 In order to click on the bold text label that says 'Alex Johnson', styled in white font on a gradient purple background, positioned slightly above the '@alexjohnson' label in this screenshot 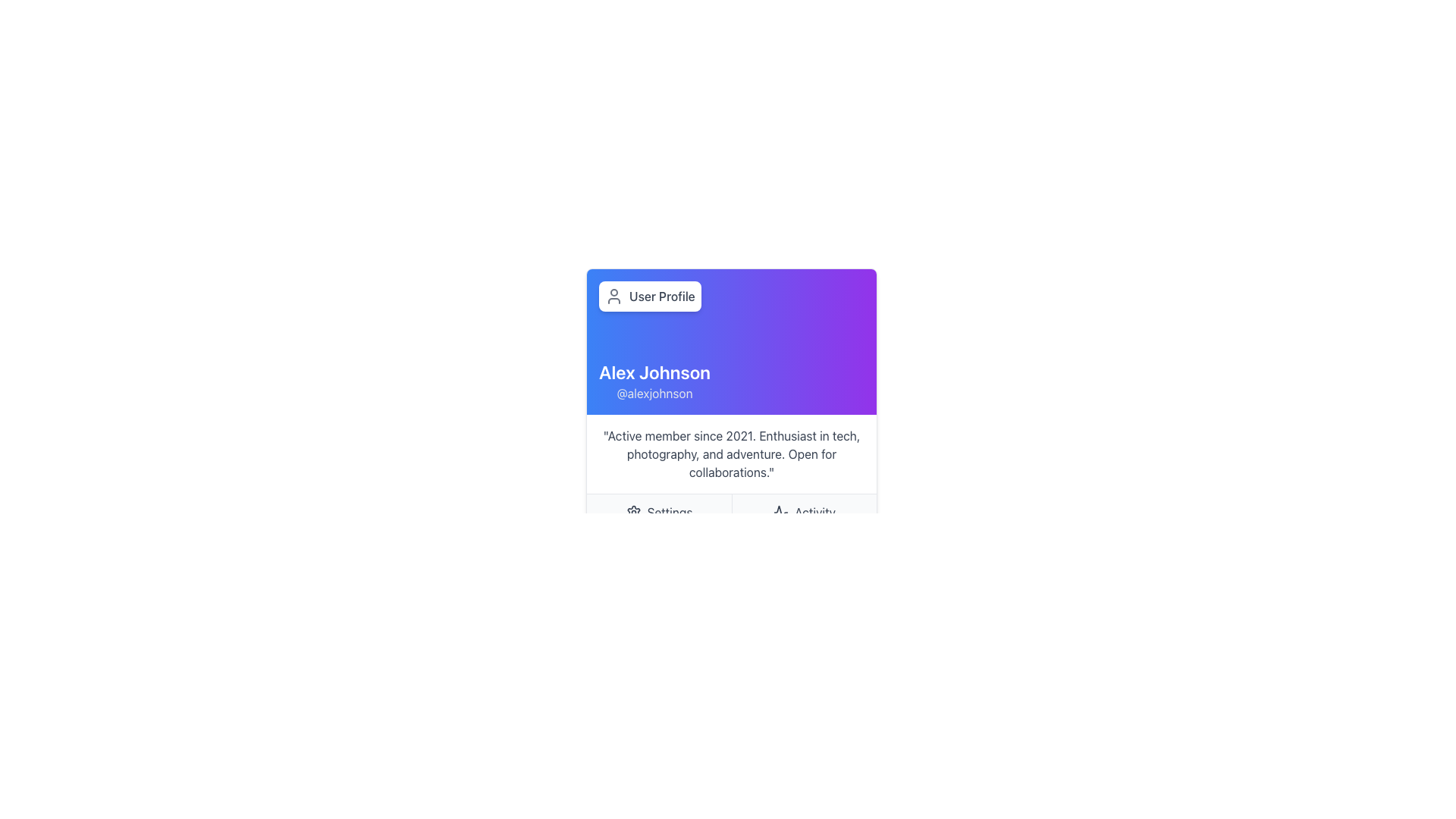, I will do `click(654, 372)`.